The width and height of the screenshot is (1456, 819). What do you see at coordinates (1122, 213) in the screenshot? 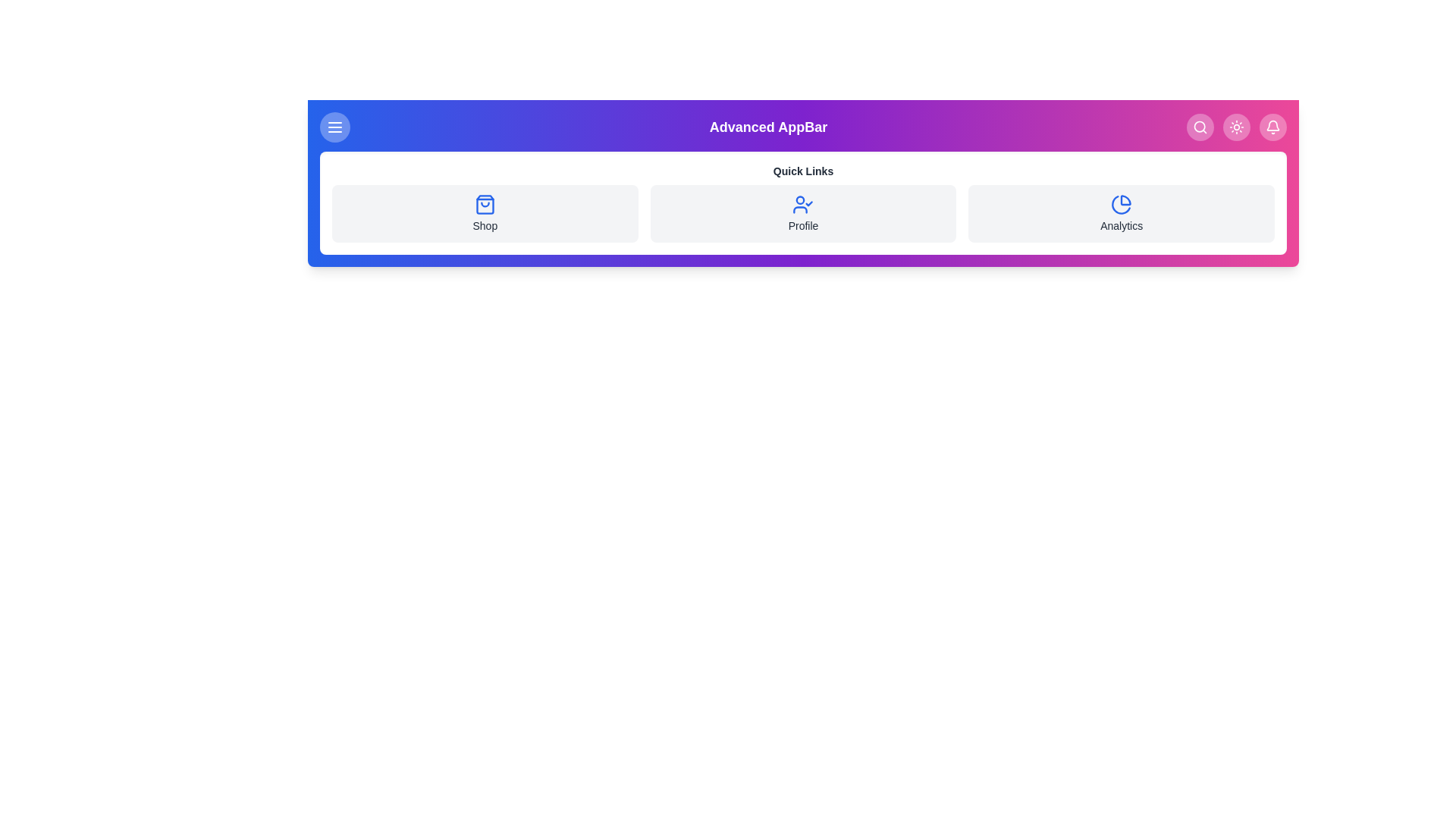
I see `the quick link labeled Analytics` at bounding box center [1122, 213].